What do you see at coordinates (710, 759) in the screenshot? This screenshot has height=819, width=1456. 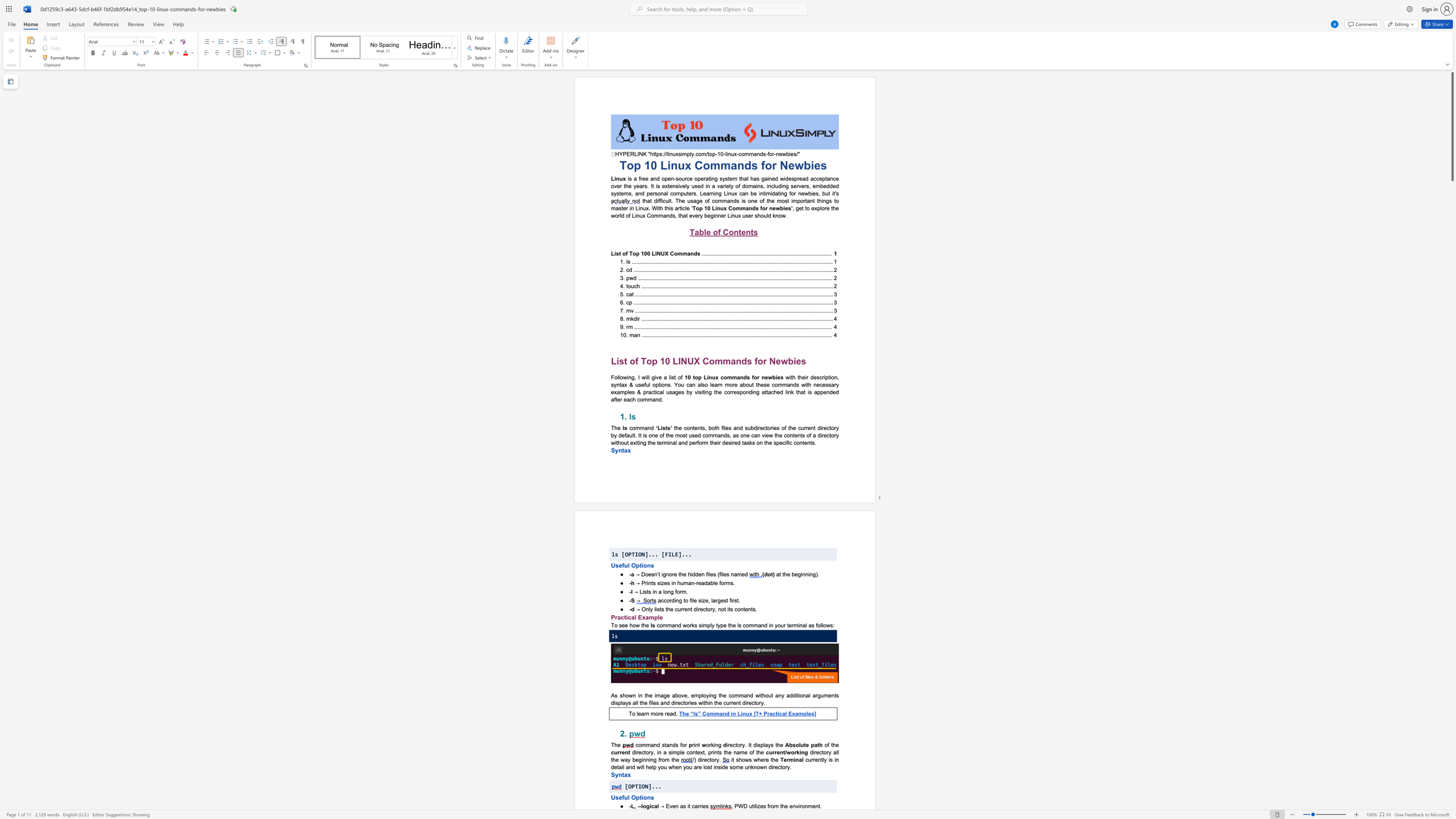 I see `the subset text "ory." within the text "/) directory."` at bounding box center [710, 759].